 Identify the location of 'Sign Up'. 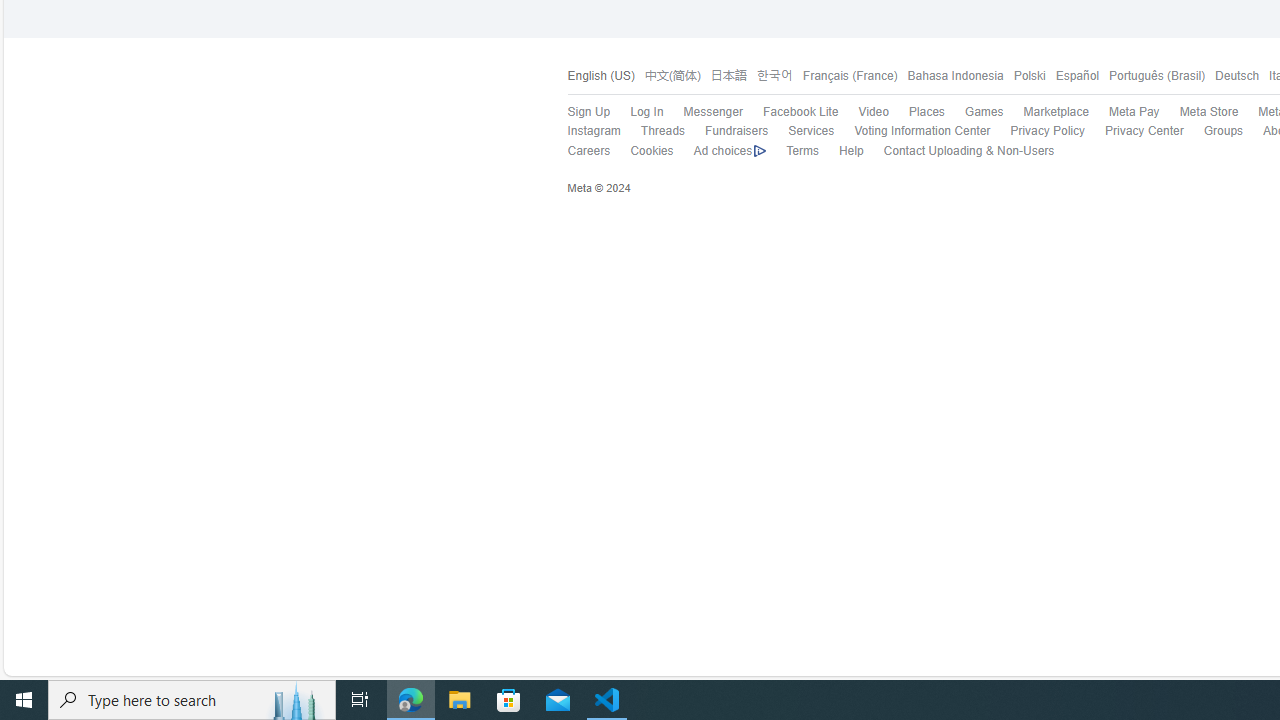
(577, 113).